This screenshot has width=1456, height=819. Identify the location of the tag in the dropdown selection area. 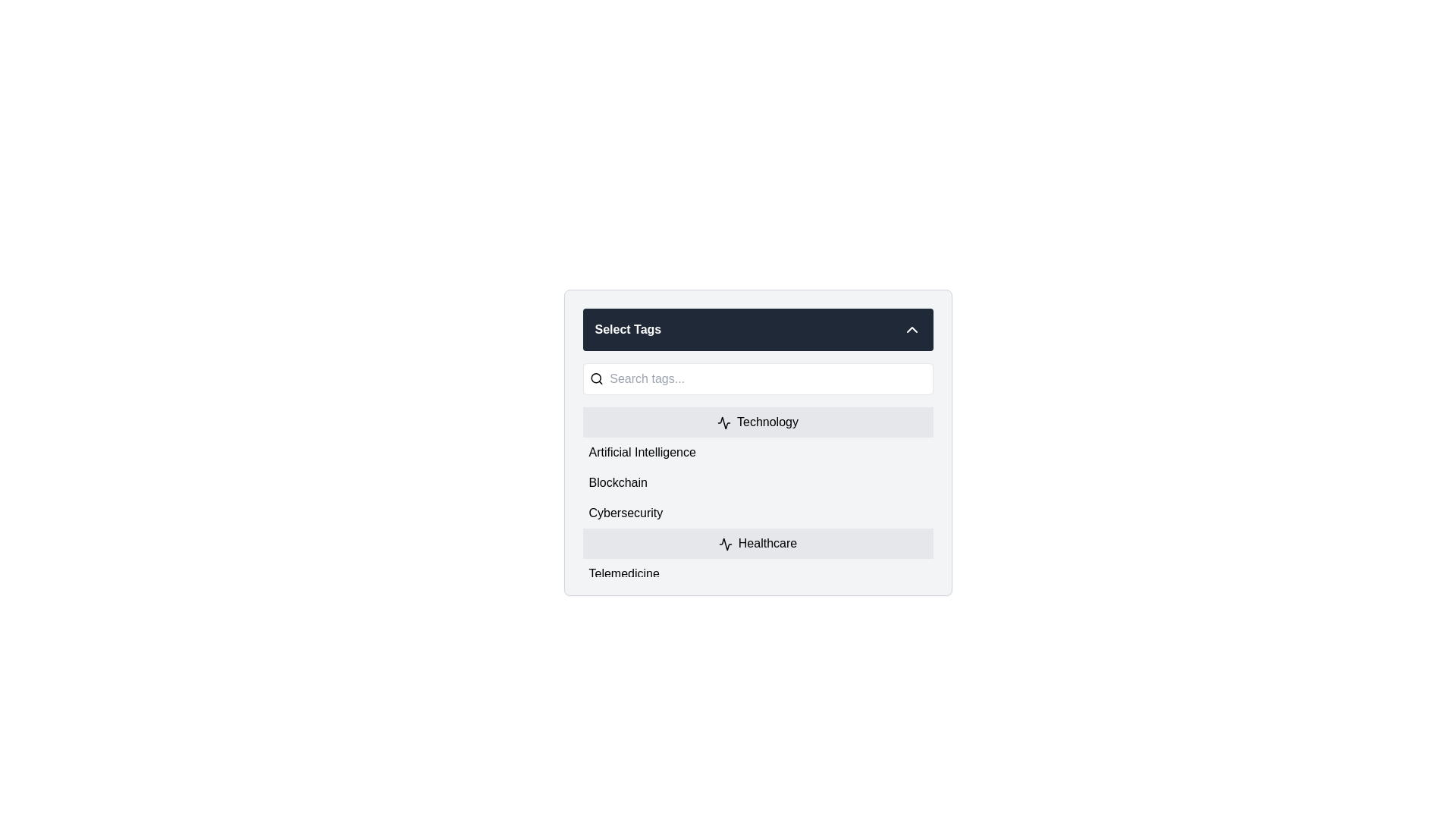
(758, 442).